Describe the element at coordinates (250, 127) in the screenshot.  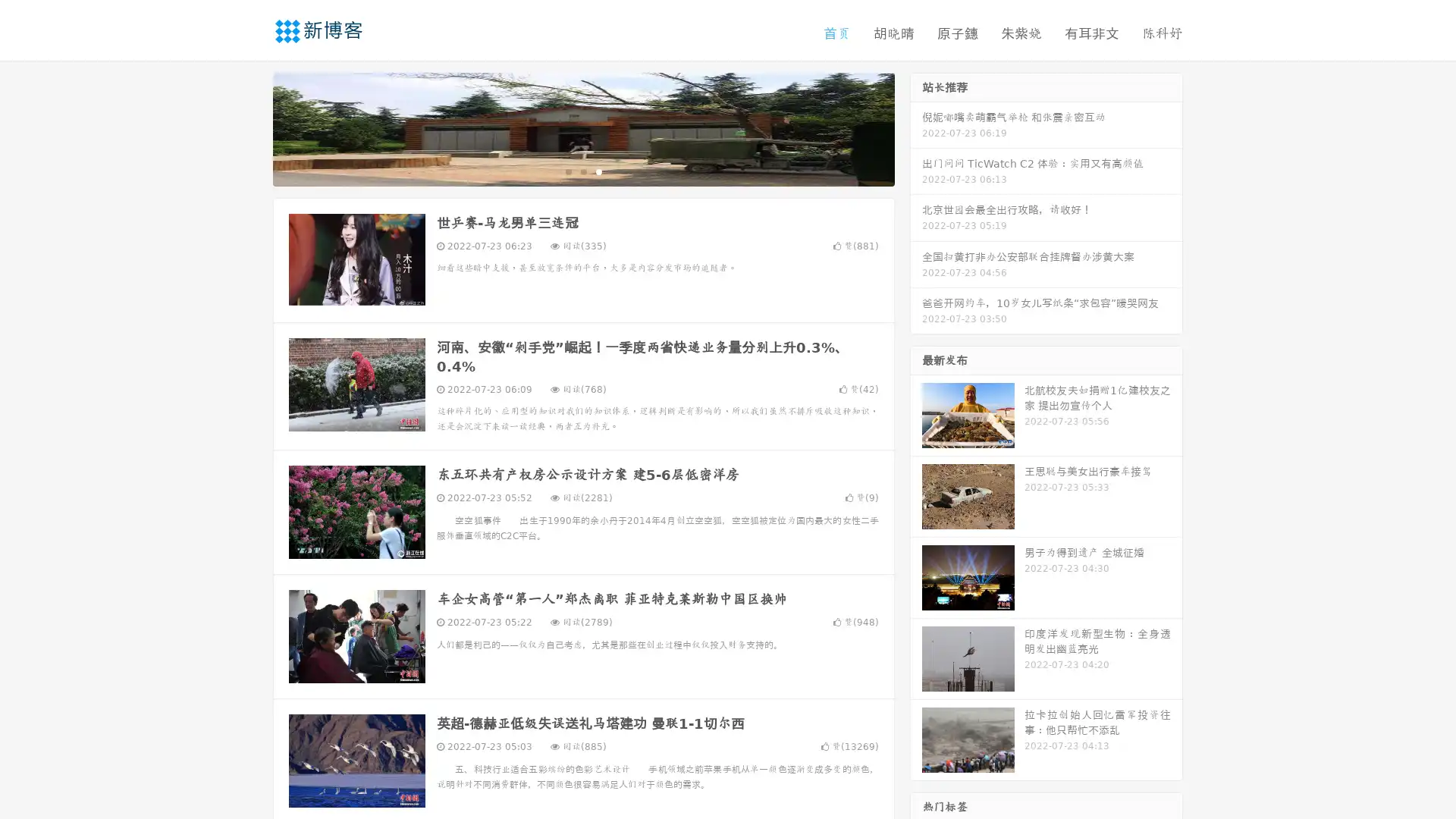
I see `Previous slide` at that location.